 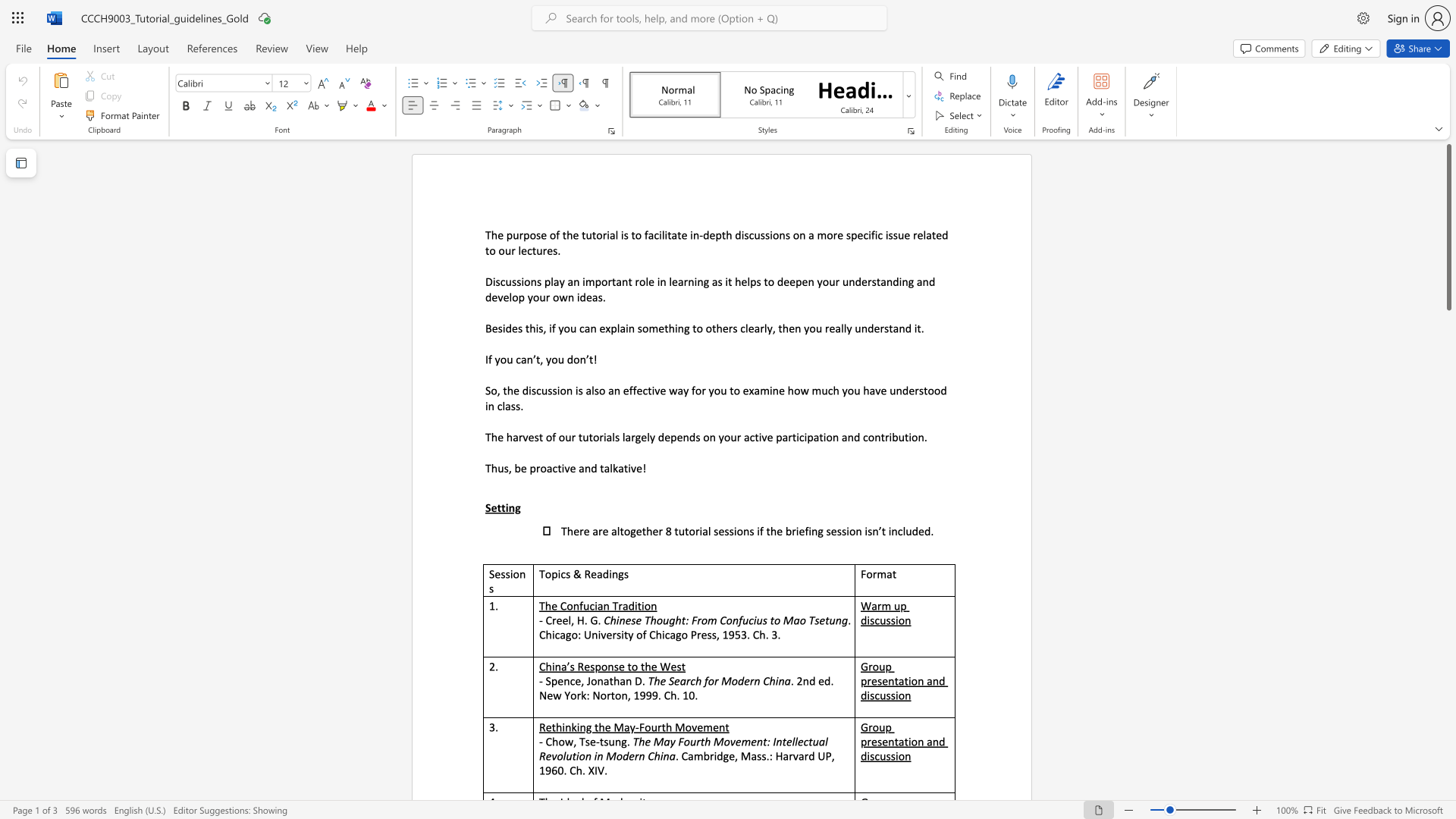 I want to click on the vertical scrollbar to lower the page content, so click(x=1448, y=773).